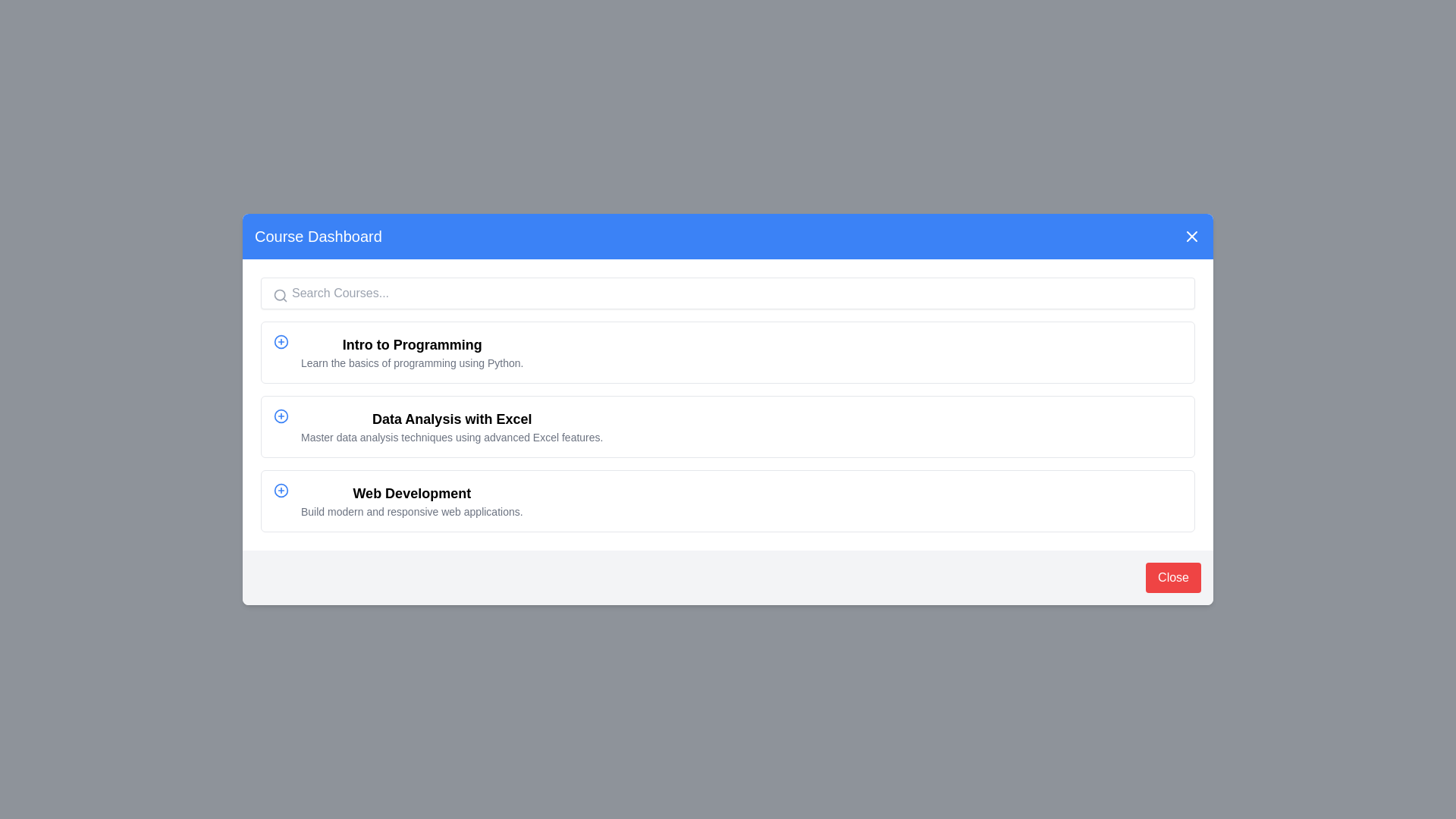  What do you see at coordinates (451, 419) in the screenshot?
I see `the header text label for the second course entry in the list, which serves as a title for the course offering` at bounding box center [451, 419].